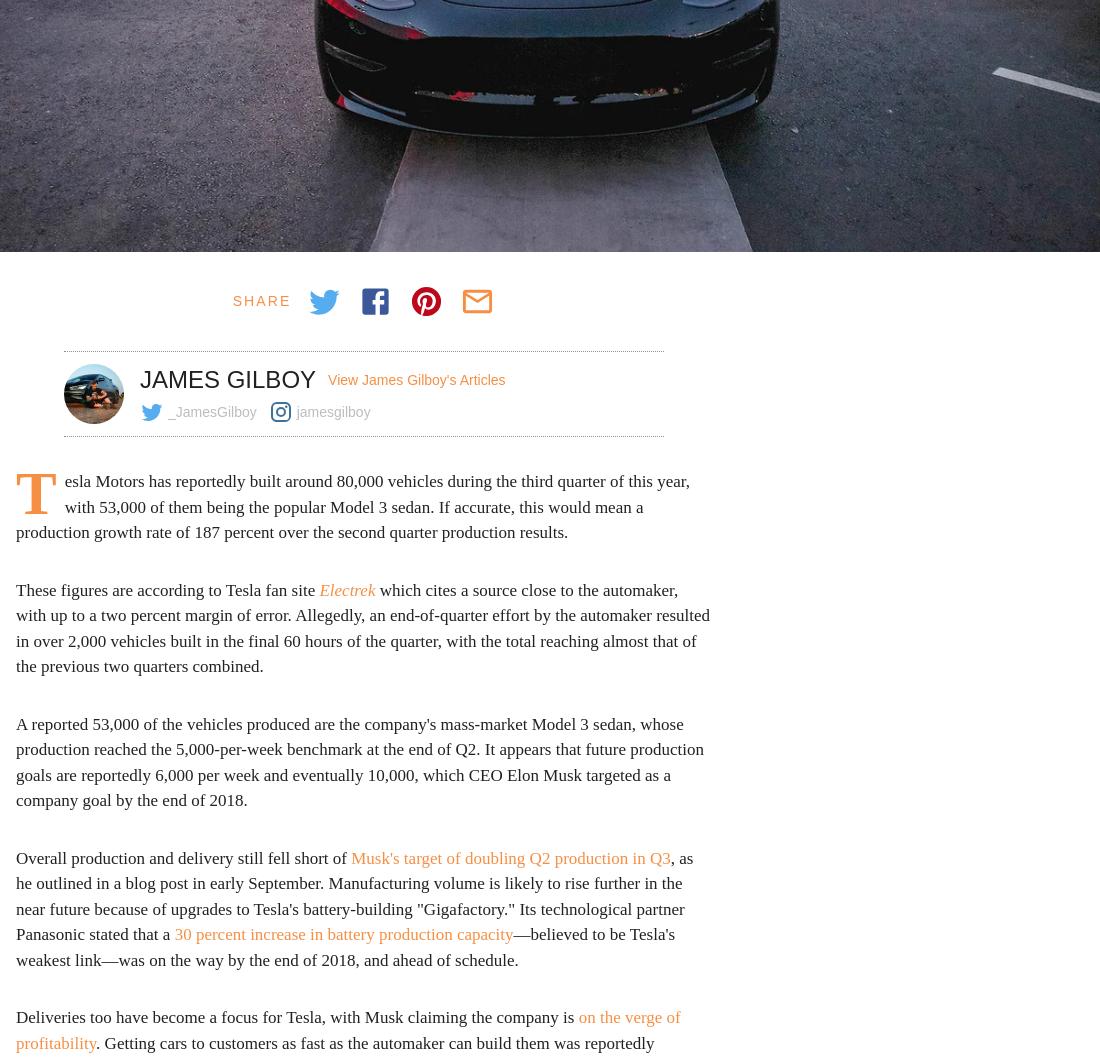 This screenshot has width=1100, height=1059. What do you see at coordinates (173, 934) in the screenshot?
I see `'30 percent increase in battery production capacity'` at bounding box center [173, 934].